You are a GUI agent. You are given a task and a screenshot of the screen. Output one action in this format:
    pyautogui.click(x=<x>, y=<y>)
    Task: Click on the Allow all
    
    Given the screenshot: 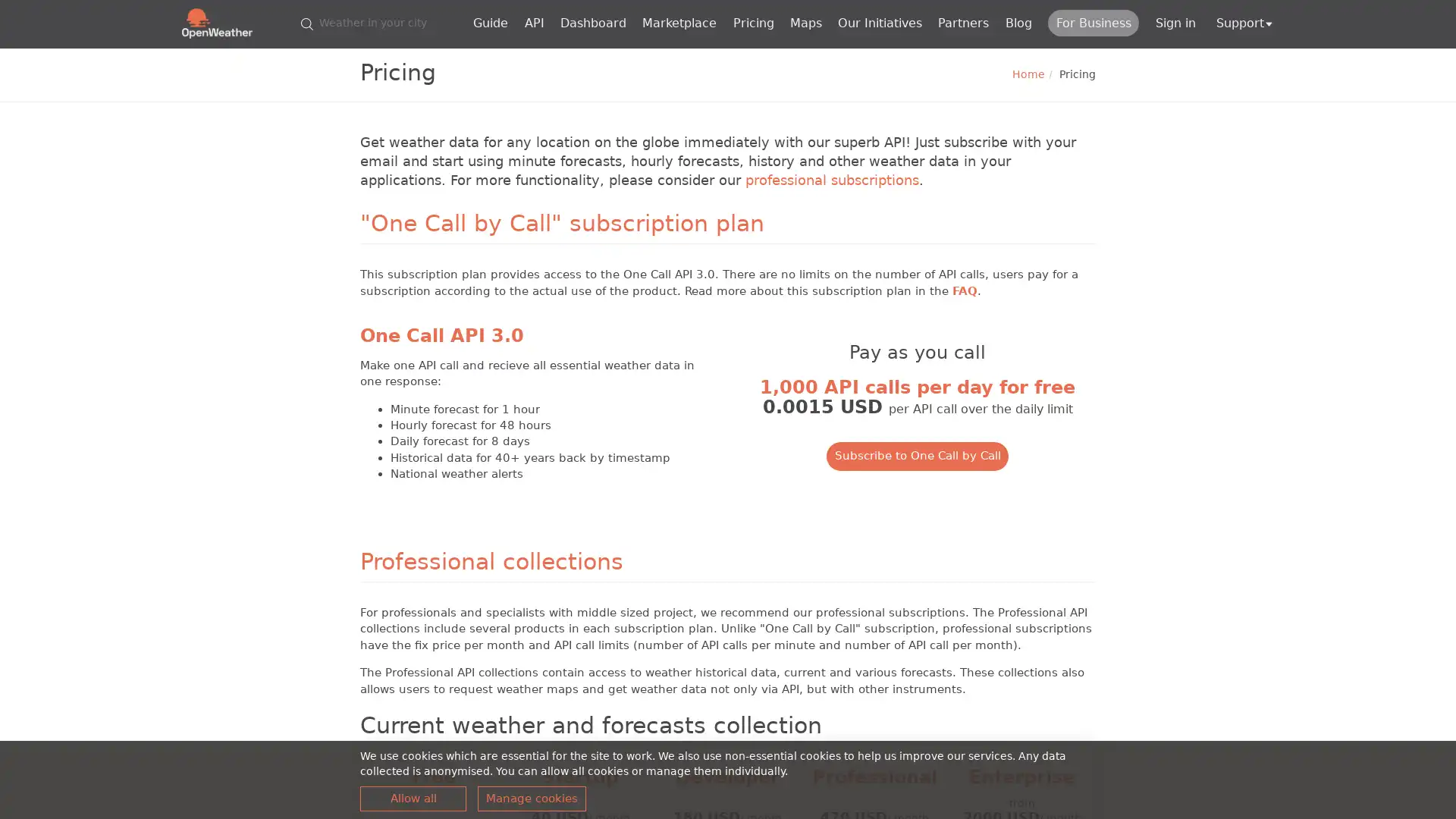 What is the action you would take?
    pyautogui.click(x=413, y=798)
    